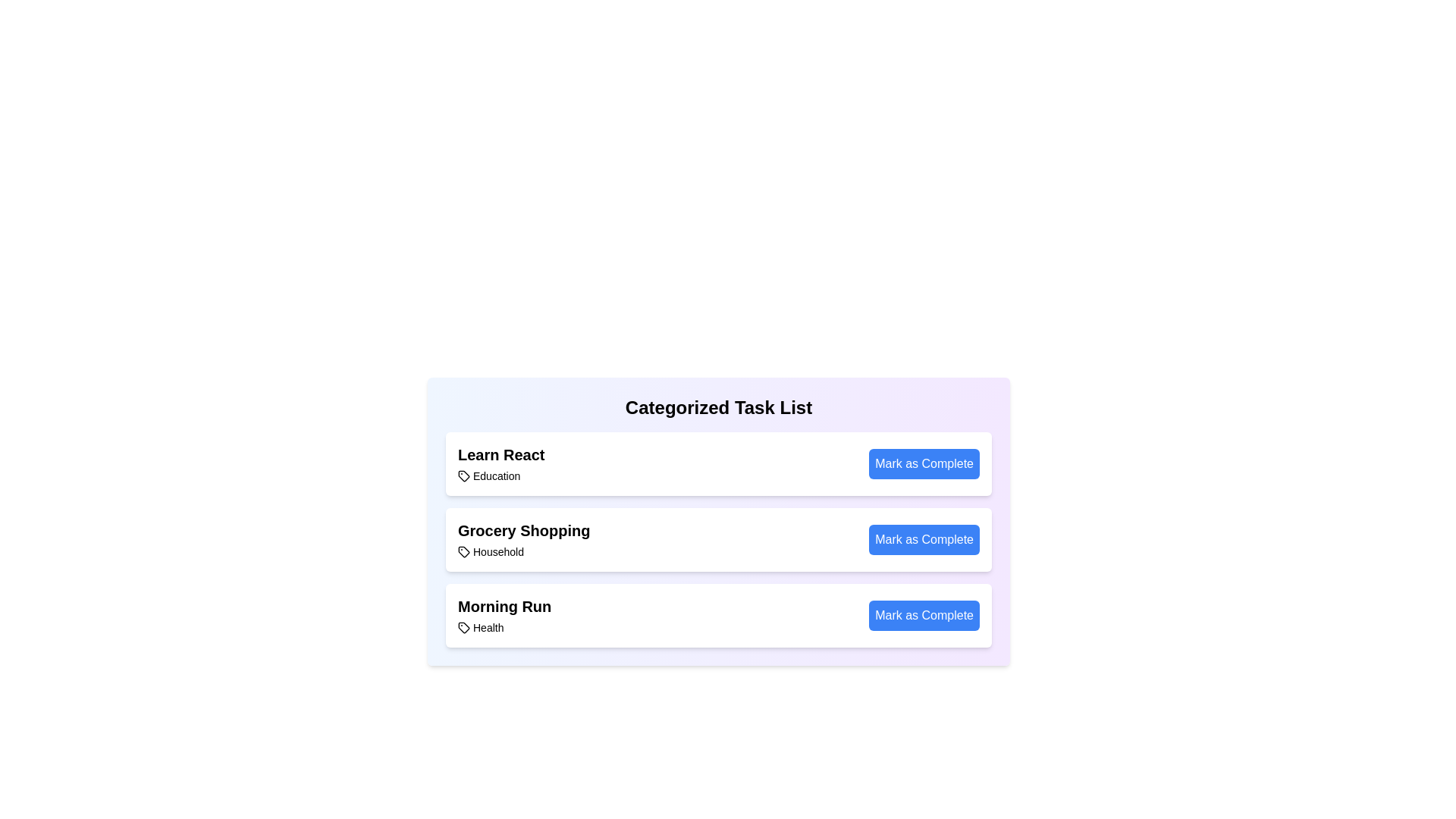 This screenshot has width=1456, height=819. What do you see at coordinates (924, 539) in the screenshot?
I see `the 'Mark as Complete' button for the task labeled 'Grocery Shopping'` at bounding box center [924, 539].